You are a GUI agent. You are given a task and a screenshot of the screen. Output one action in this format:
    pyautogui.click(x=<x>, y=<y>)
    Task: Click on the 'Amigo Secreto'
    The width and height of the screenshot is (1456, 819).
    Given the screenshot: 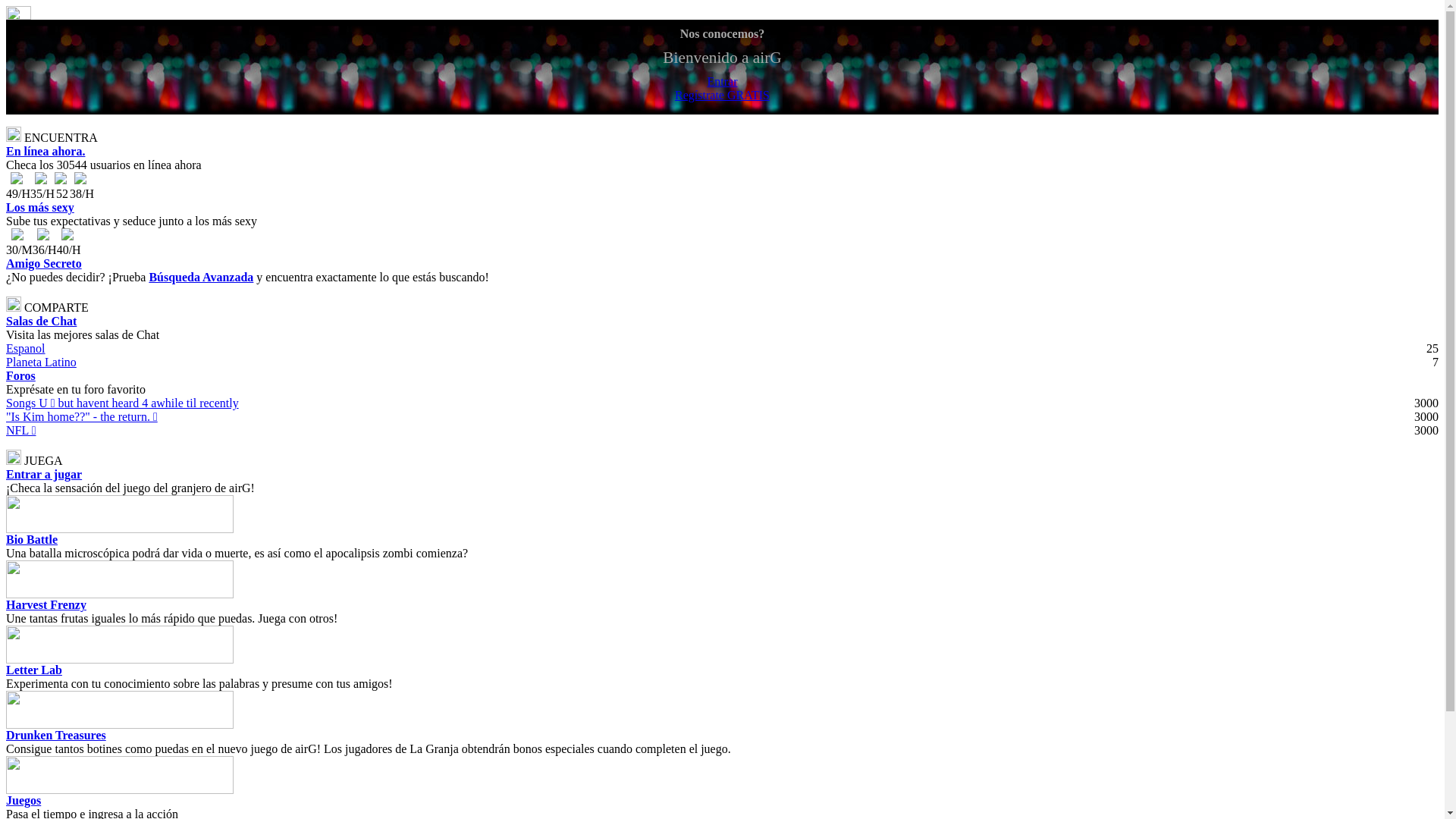 What is the action you would take?
    pyautogui.click(x=43, y=262)
    